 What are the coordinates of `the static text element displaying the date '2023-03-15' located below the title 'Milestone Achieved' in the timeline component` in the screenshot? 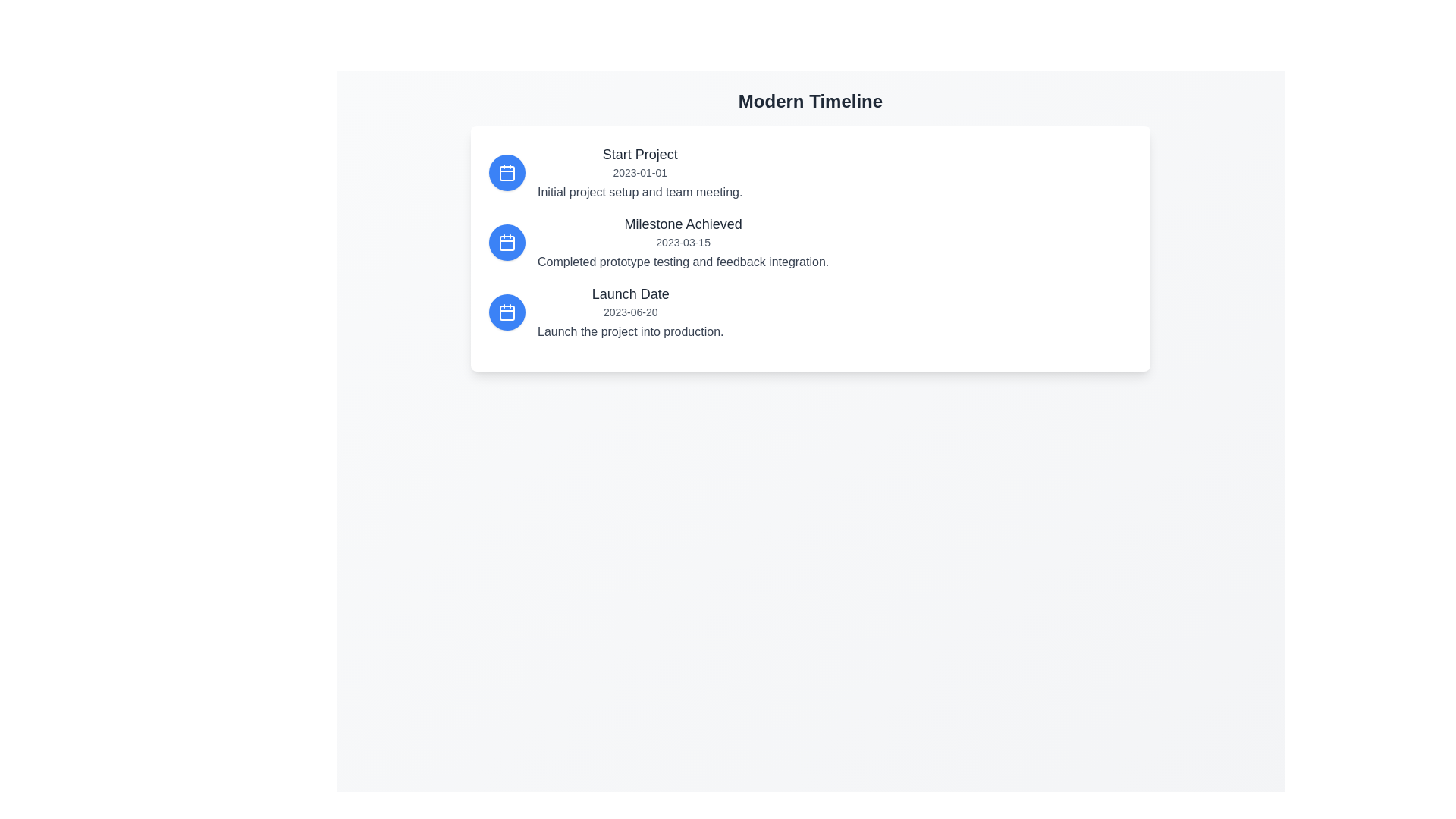 It's located at (682, 242).